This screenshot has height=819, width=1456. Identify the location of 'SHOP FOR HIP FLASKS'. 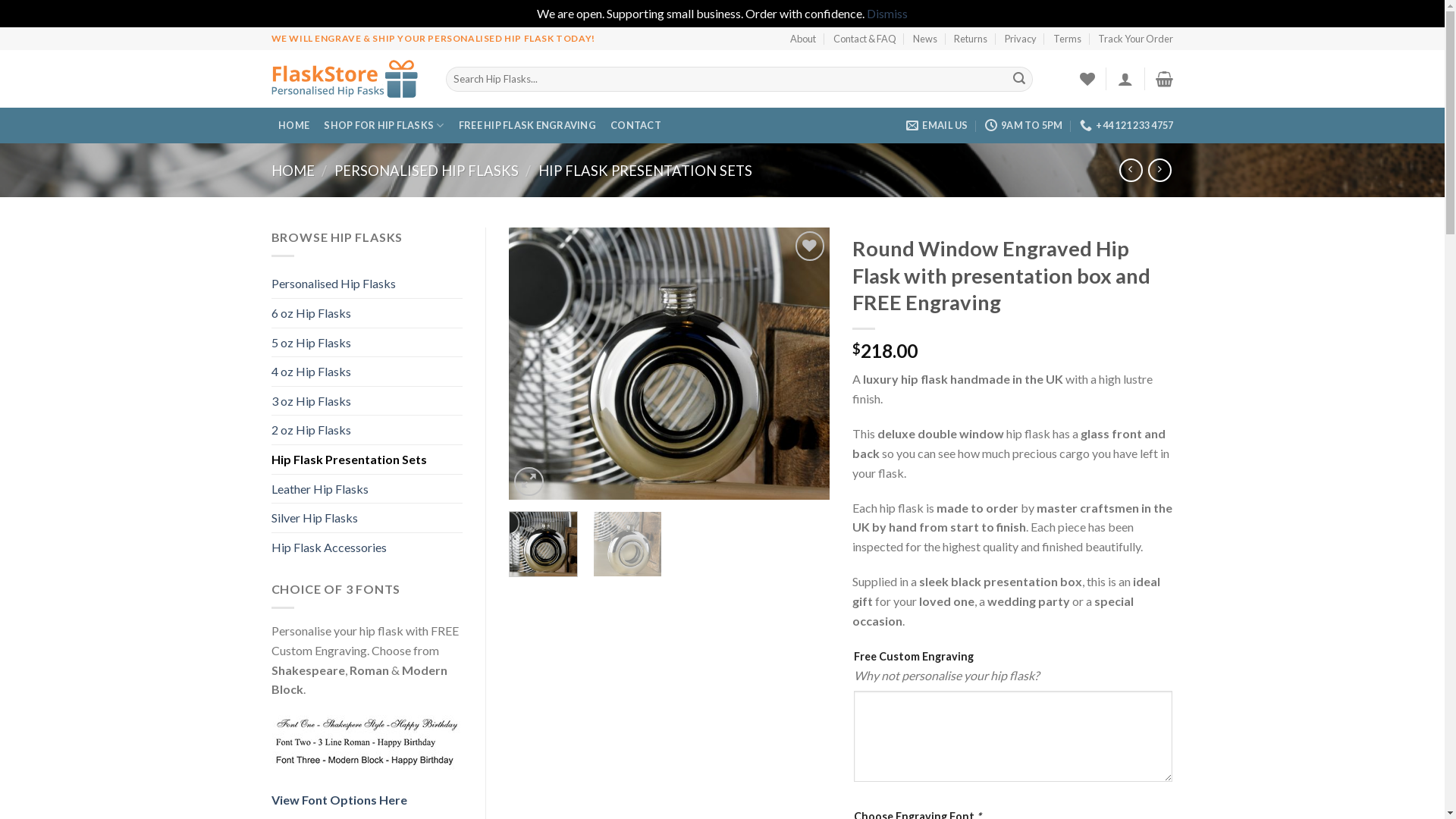
(315, 124).